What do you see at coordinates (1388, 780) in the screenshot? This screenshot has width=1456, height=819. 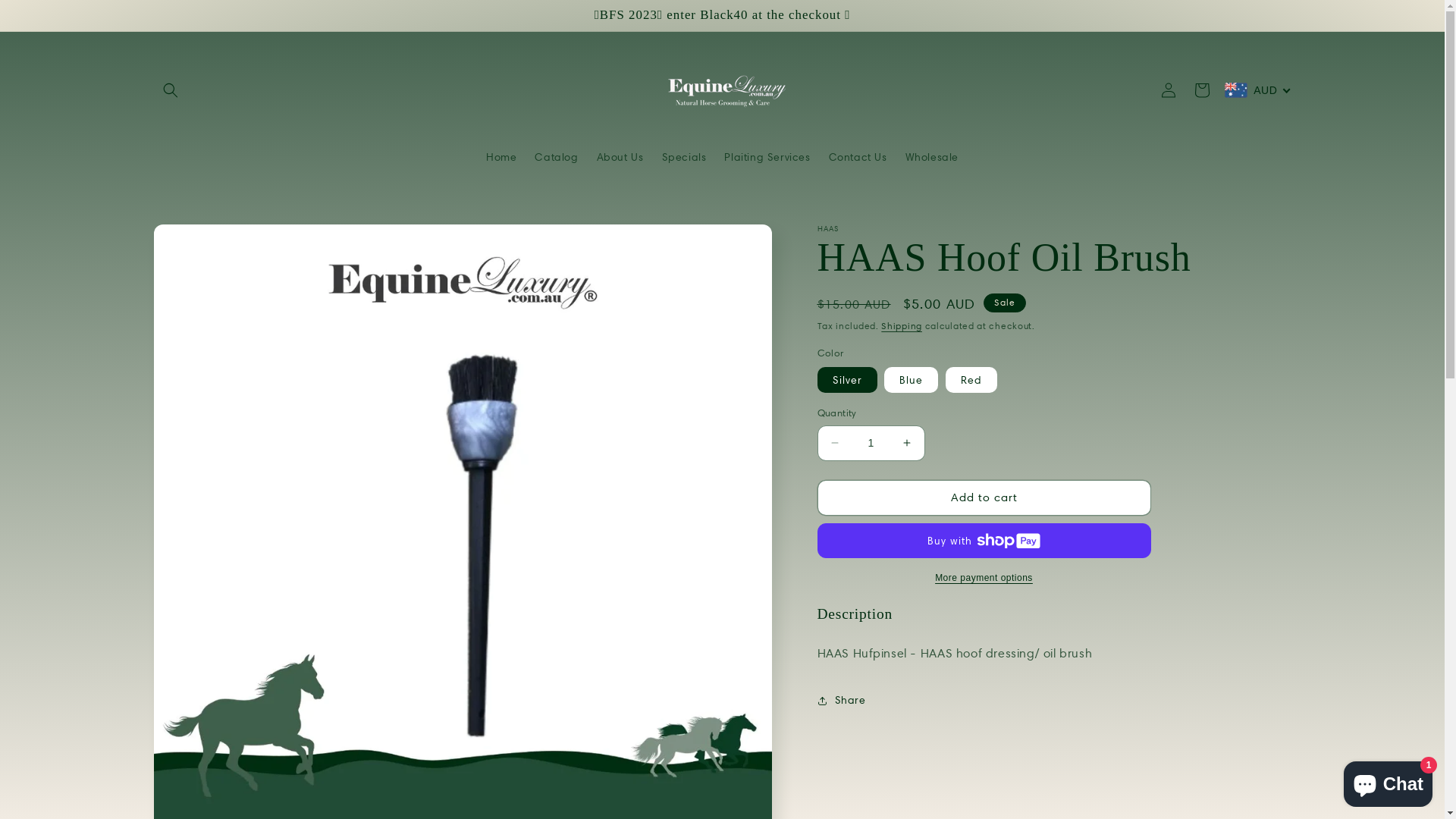 I see `'Shopify online store chat'` at bounding box center [1388, 780].